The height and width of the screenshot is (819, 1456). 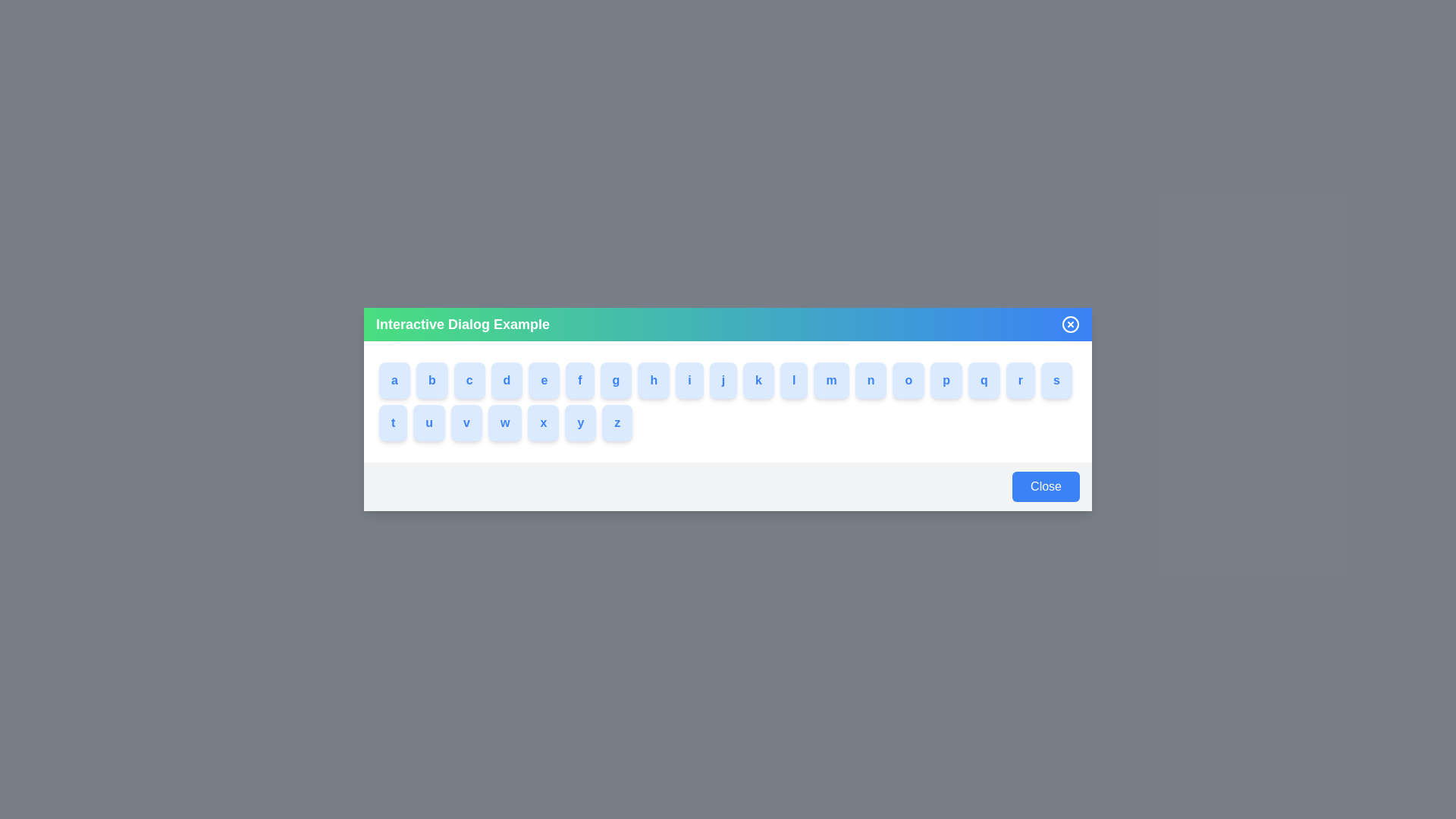 What do you see at coordinates (773, 379) in the screenshot?
I see `the button labeled with k` at bounding box center [773, 379].